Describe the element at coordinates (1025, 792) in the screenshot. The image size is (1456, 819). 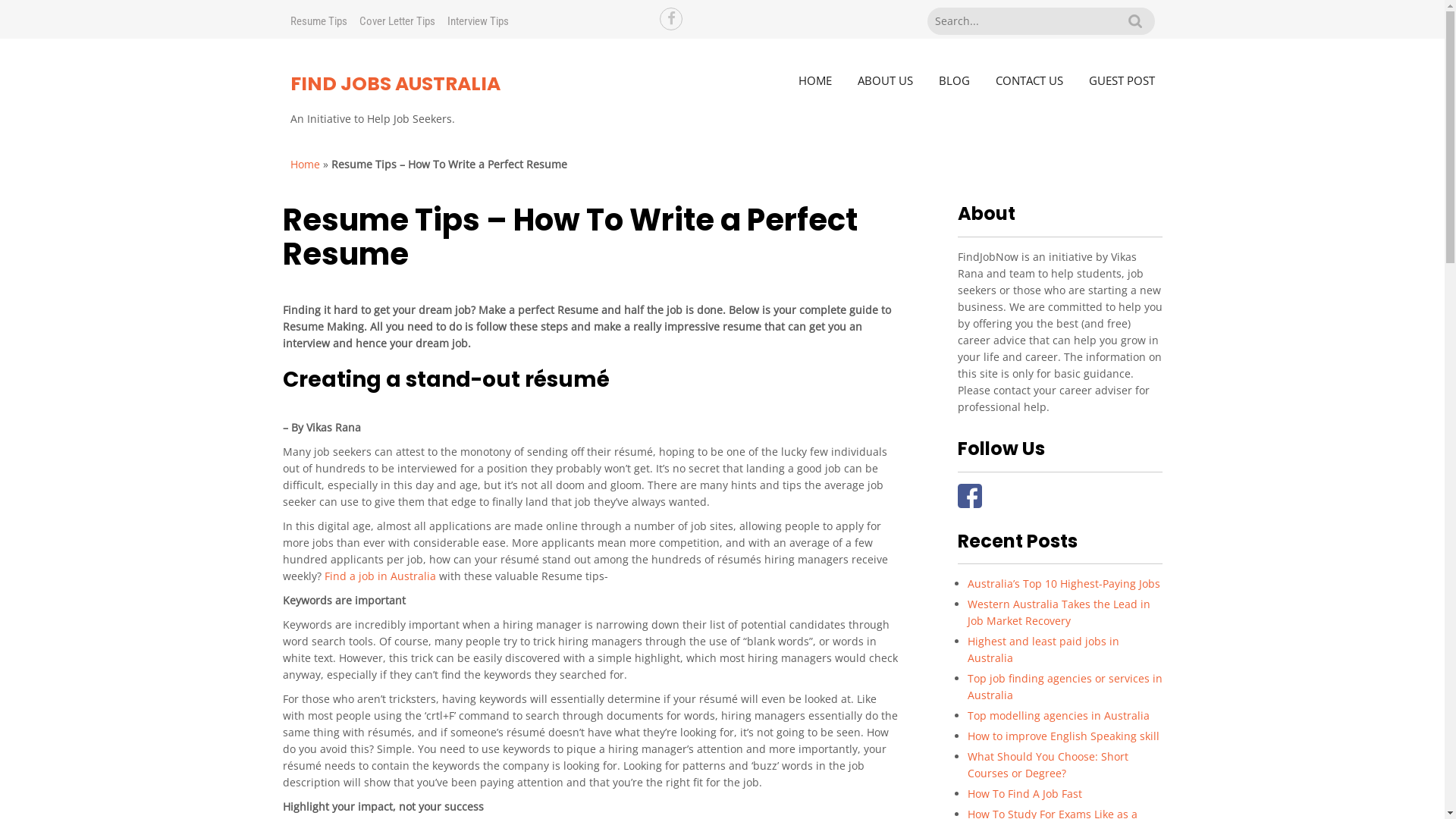
I see `'How To Find A Job Fast'` at that location.